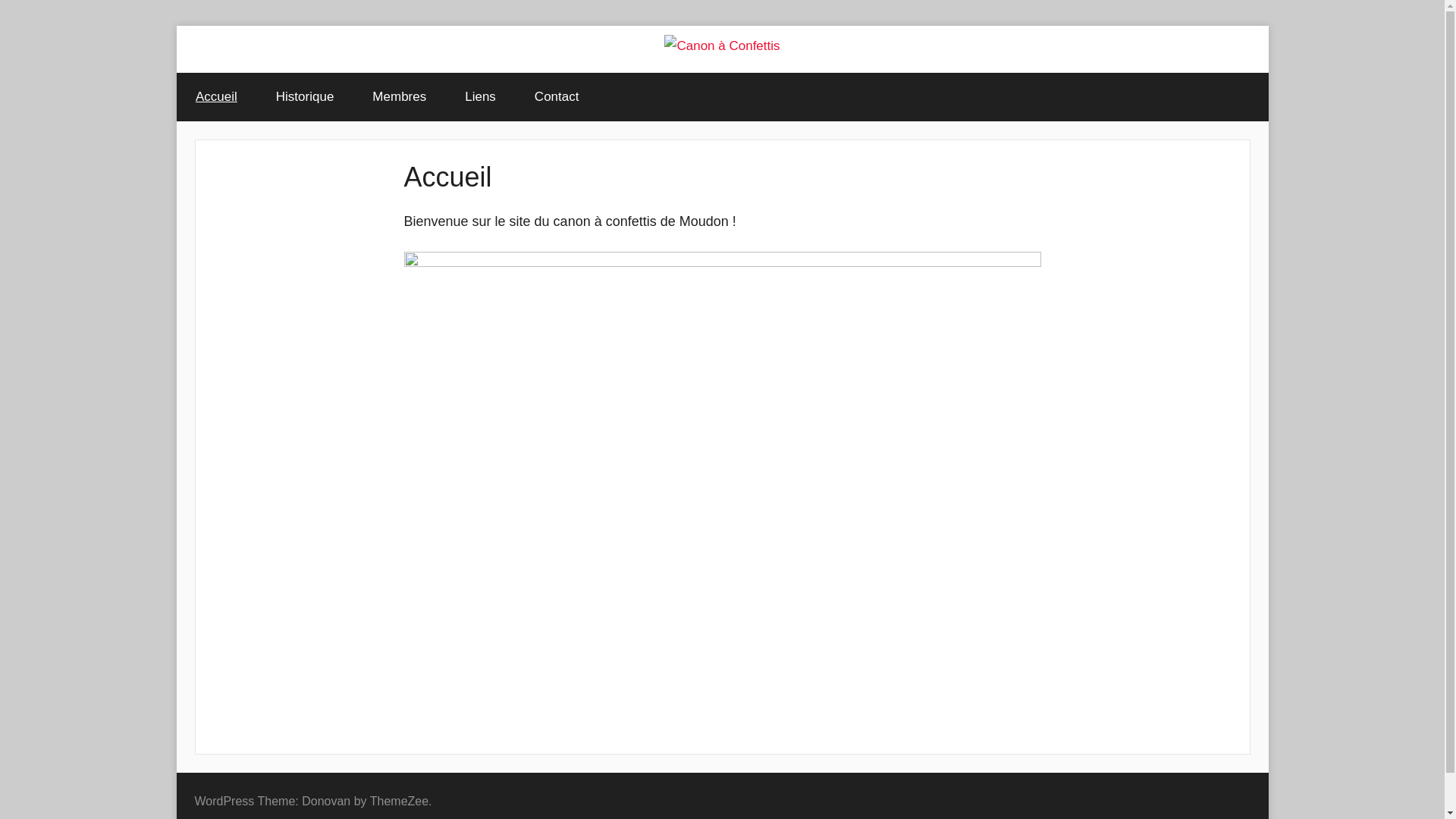  I want to click on 'Historique', so click(304, 96).